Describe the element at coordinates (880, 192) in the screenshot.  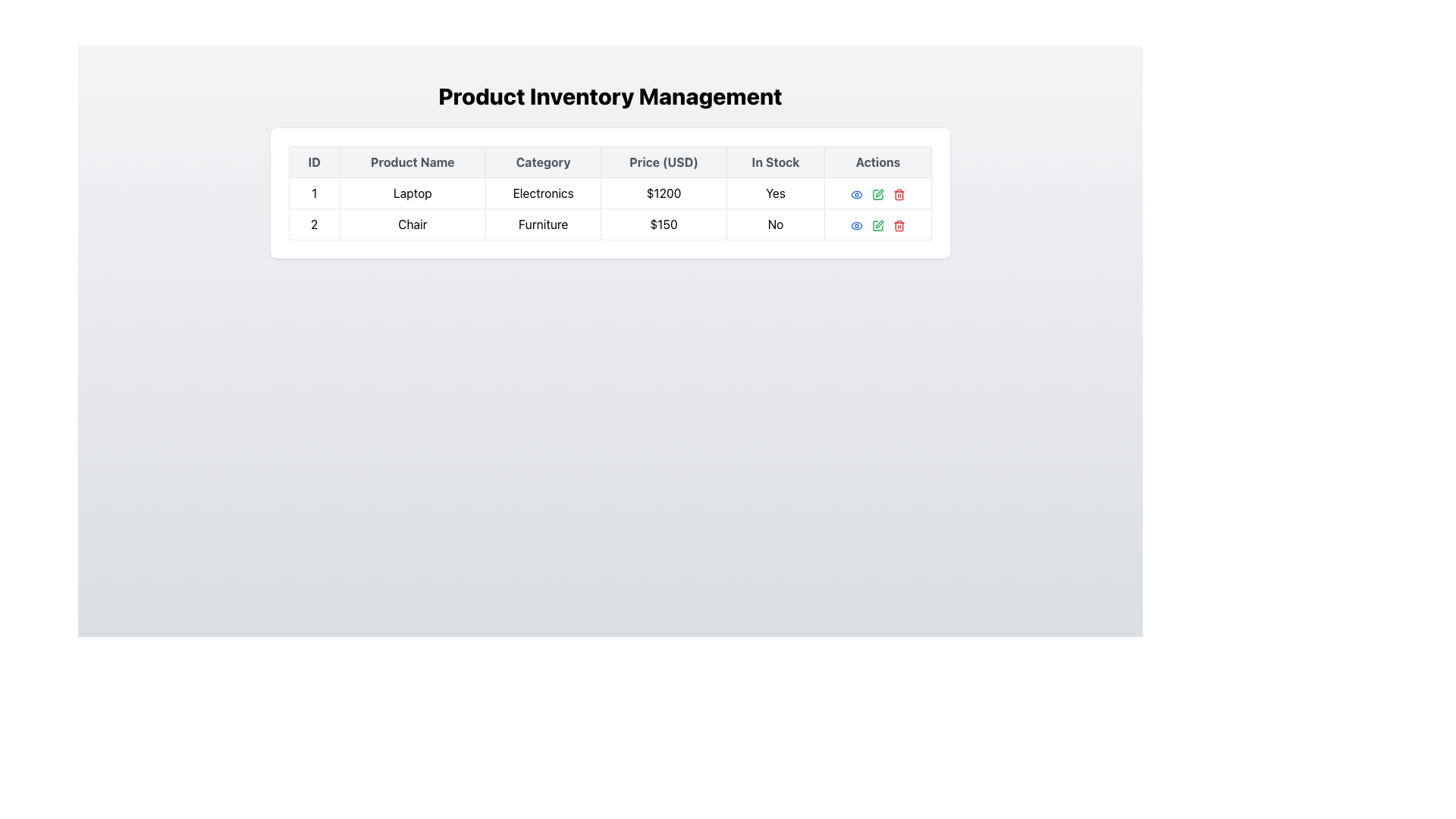
I see `the Edit icon in the Actions column of the second row for the item named 'Chair'` at that location.